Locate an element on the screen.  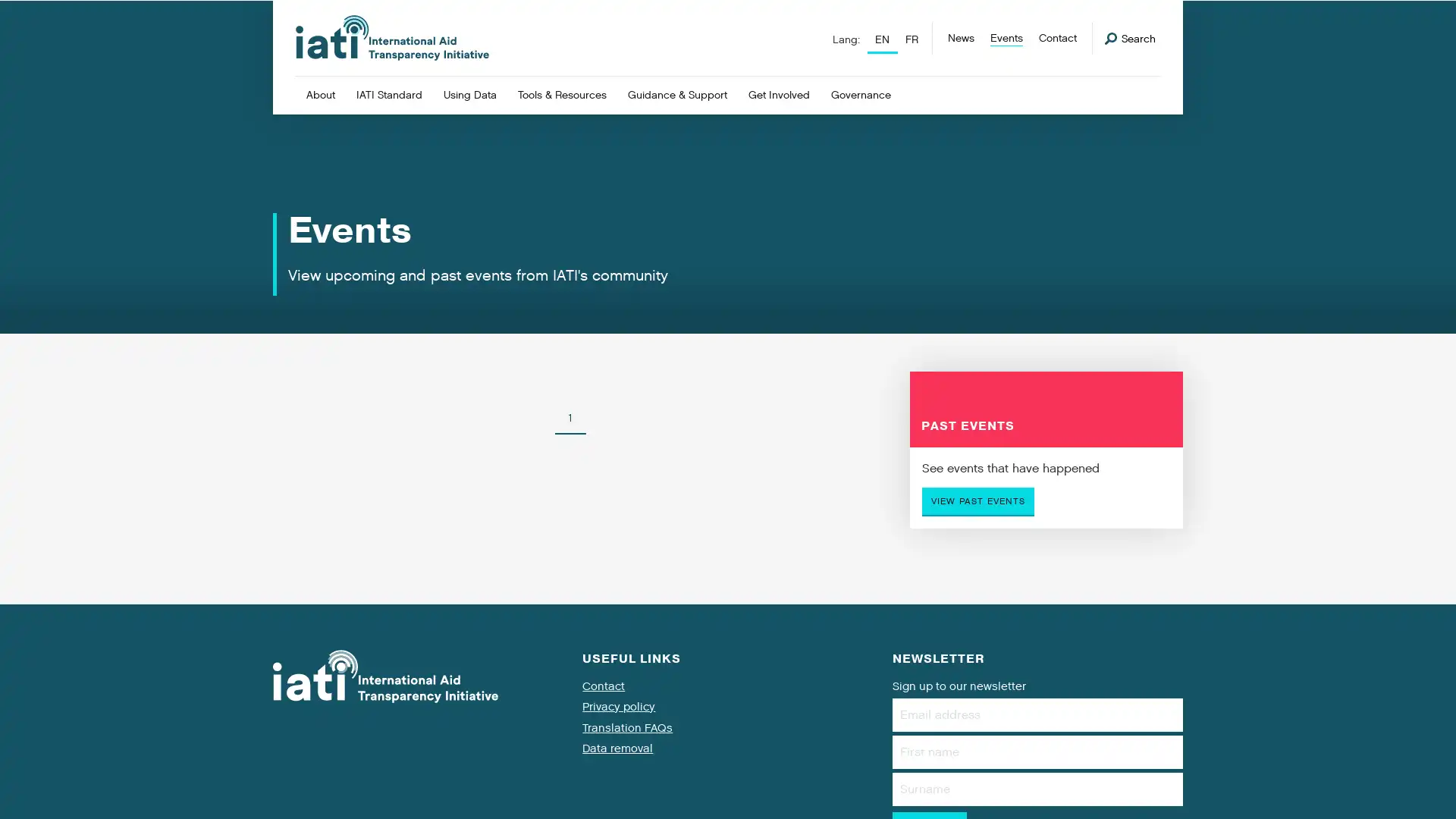
Search is located at coordinates (1130, 38).